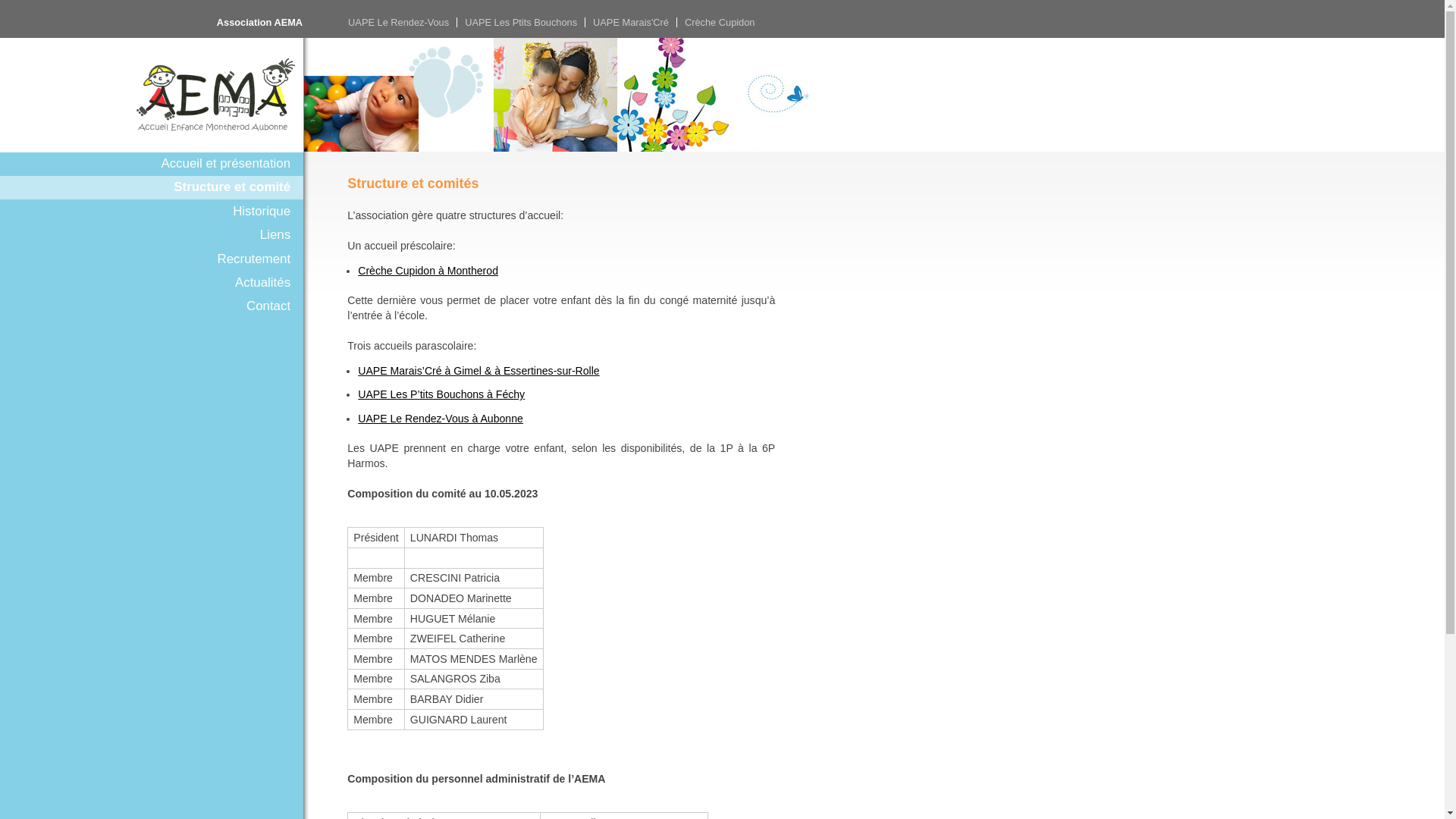 The height and width of the screenshot is (819, 1456). I want to click on 'Historique', so click(152, 211).